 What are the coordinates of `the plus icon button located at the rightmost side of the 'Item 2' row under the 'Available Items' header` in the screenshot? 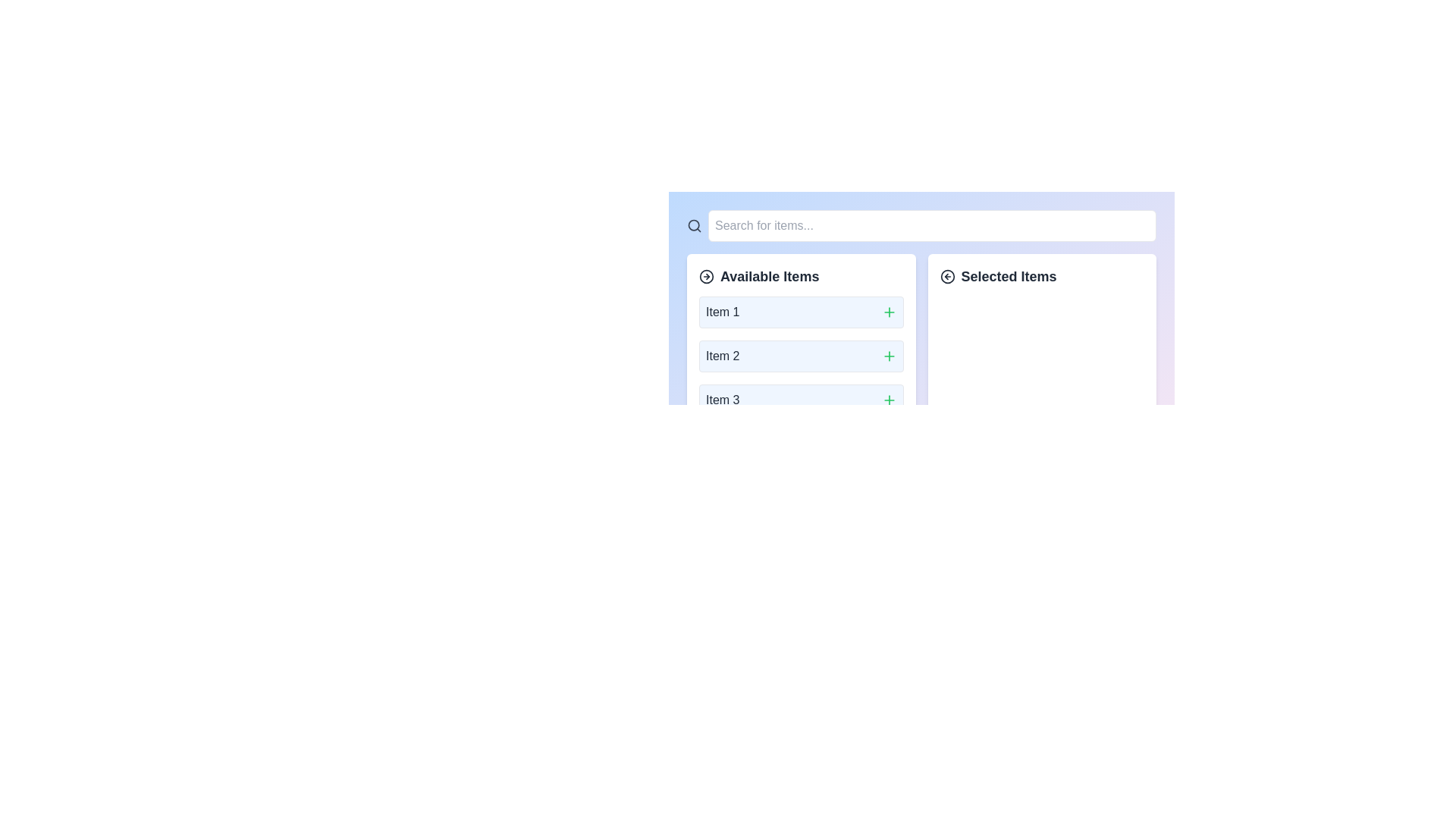 It's located at (889, 356).